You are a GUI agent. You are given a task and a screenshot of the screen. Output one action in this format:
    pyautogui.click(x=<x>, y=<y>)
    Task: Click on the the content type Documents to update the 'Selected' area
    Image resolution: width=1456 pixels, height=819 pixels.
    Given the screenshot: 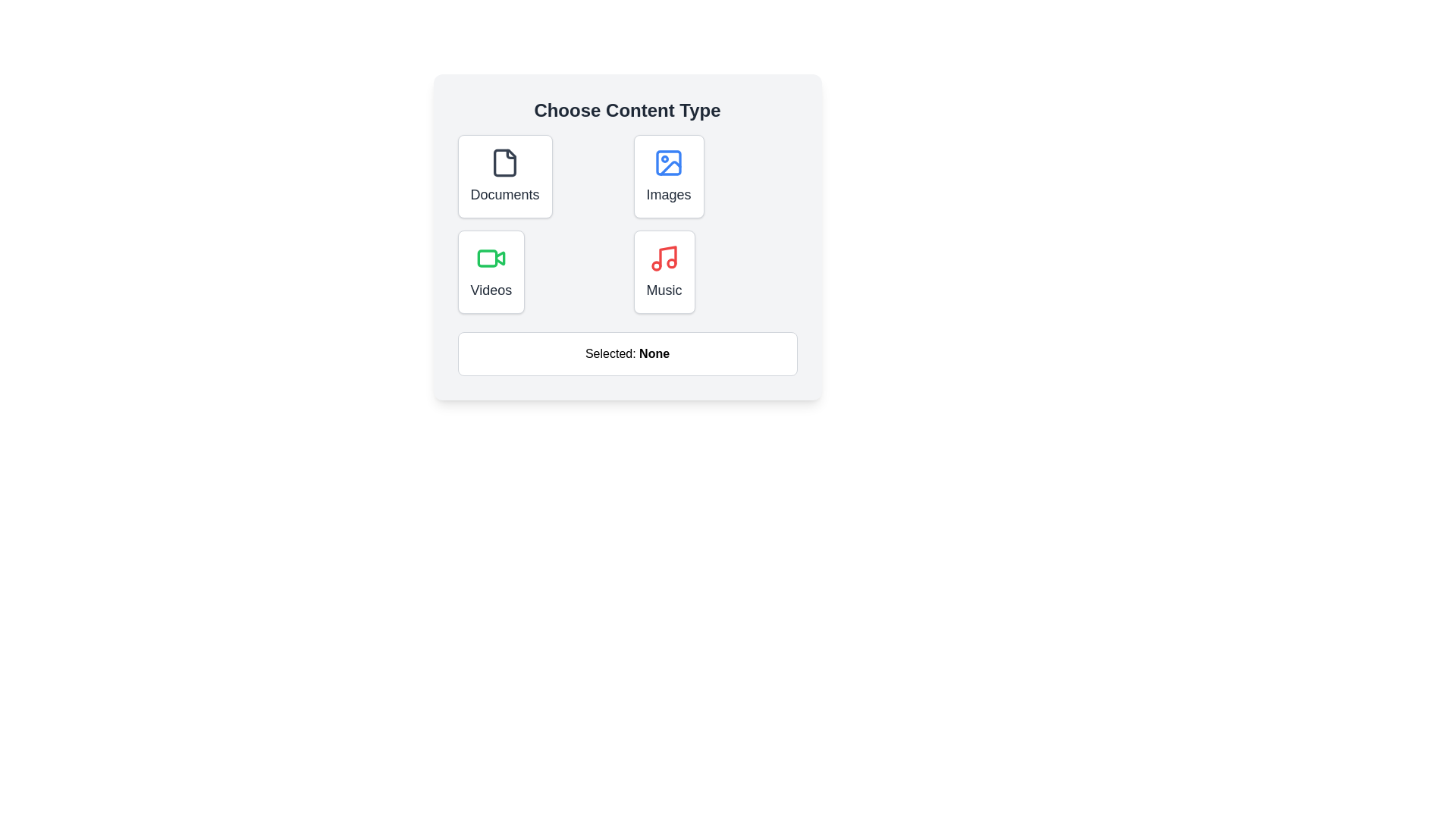 What is the action you would take?
    pyautogui.click(x=505, y=175)
    